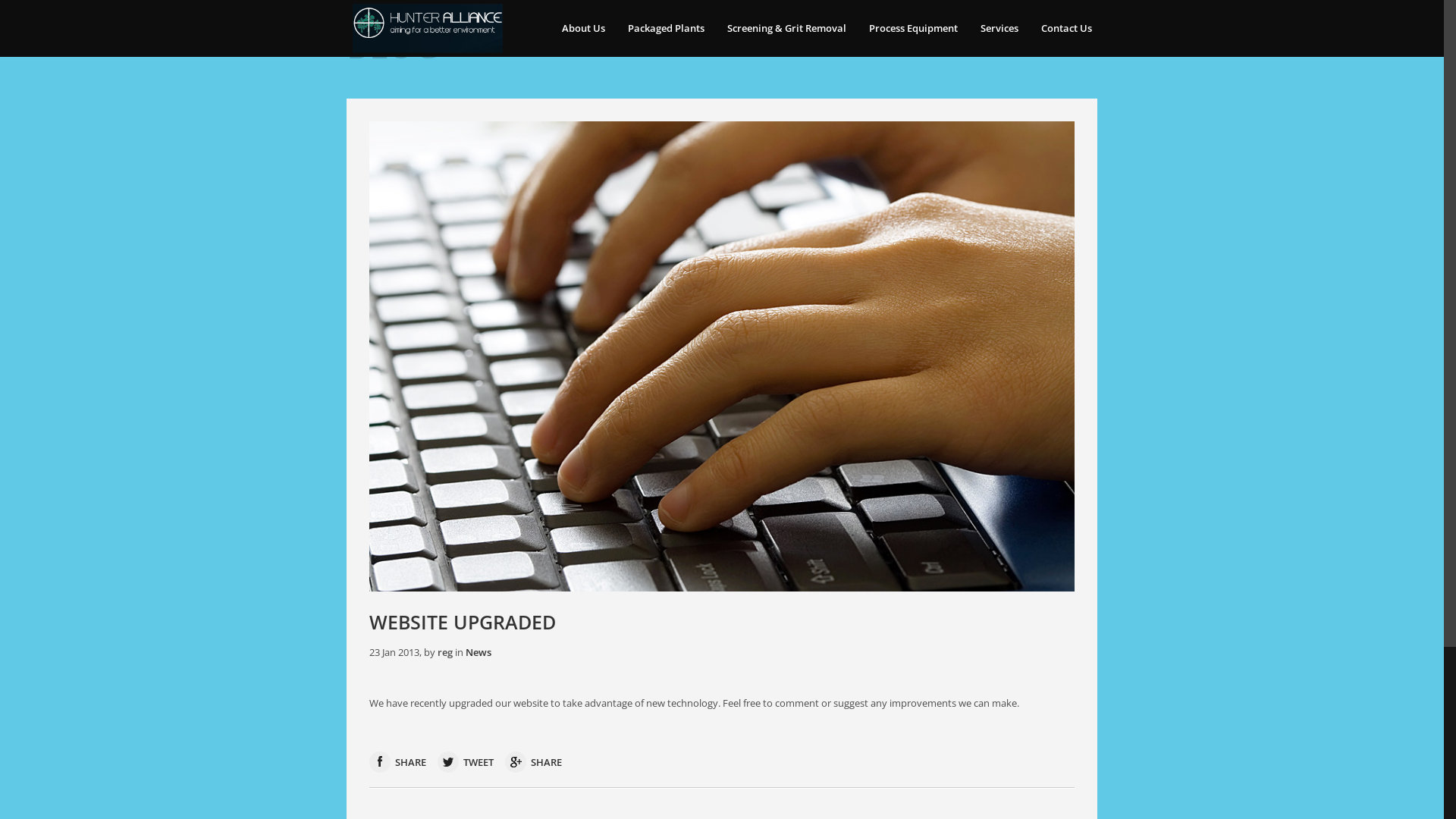 This screenshot has width=1456, height=819. I want to click on 'Screening & Grit Removal', so click(786, 28).